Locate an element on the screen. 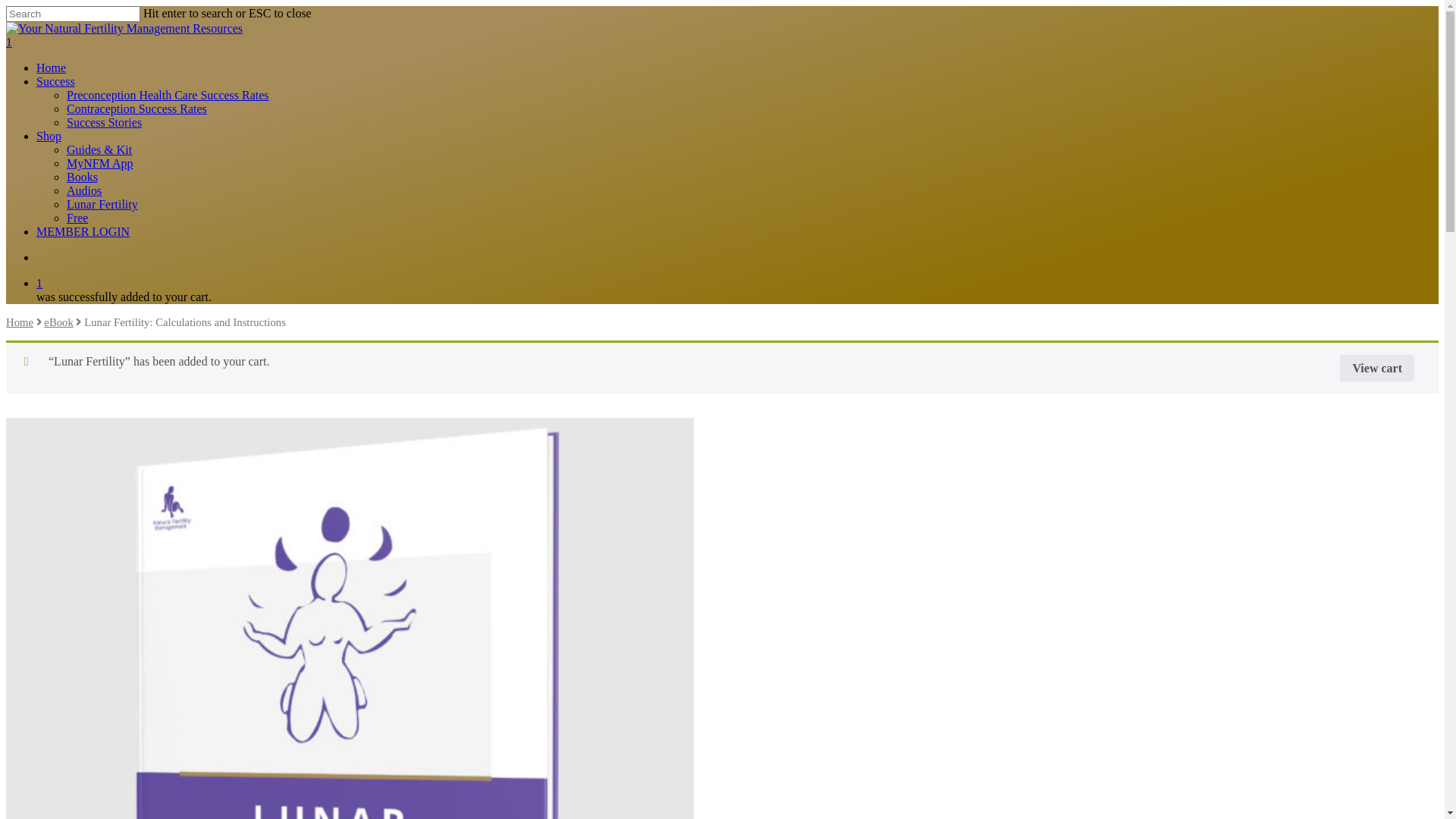 The image size is (1456, 819). 'Free' is located at coordinates (76, 218).